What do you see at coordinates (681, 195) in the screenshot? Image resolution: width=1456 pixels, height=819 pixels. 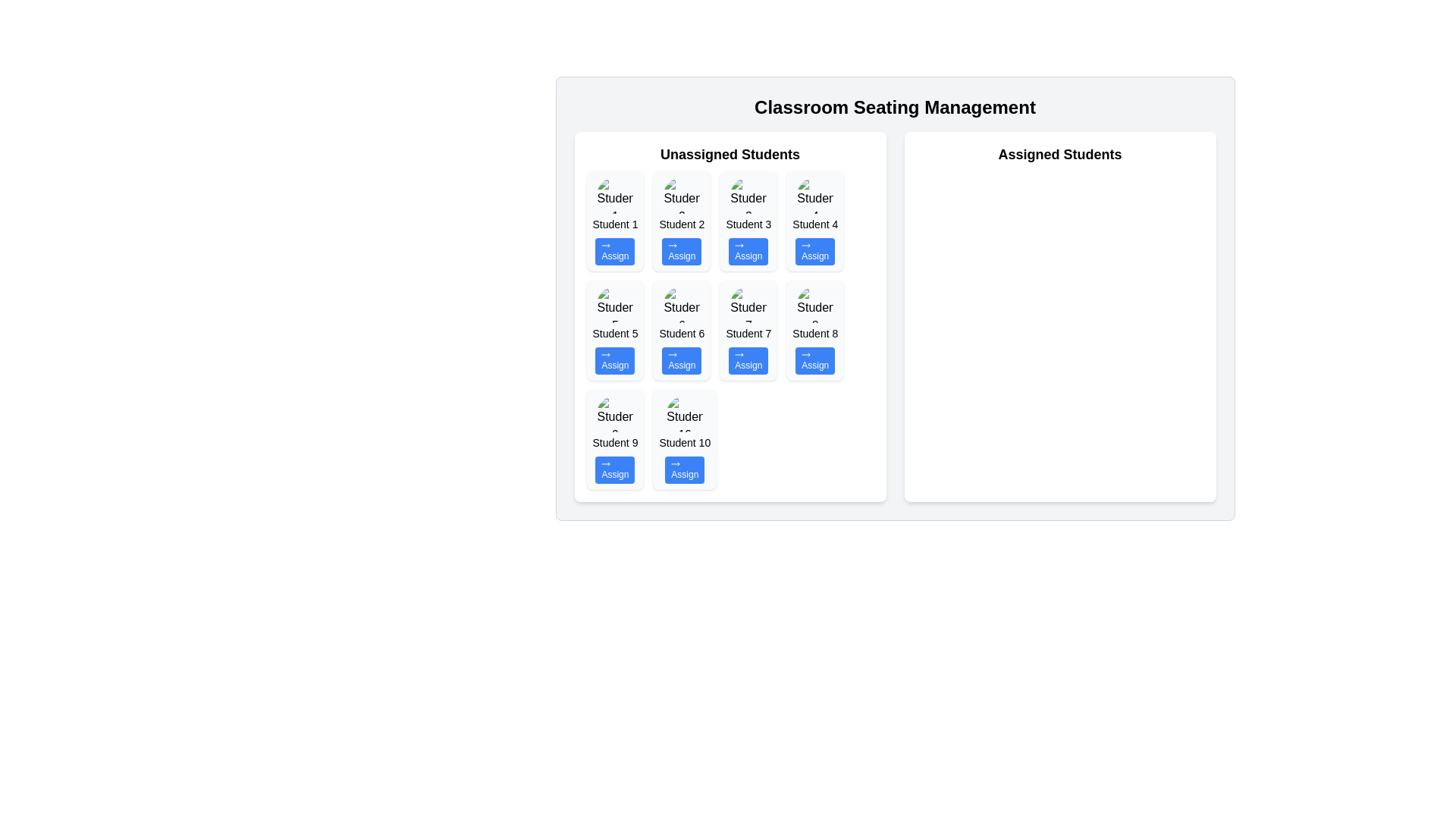 I see `the circular image placeholder labeled 'Stu 2' with a white background and rounded border` at bounding box center [681, 195].